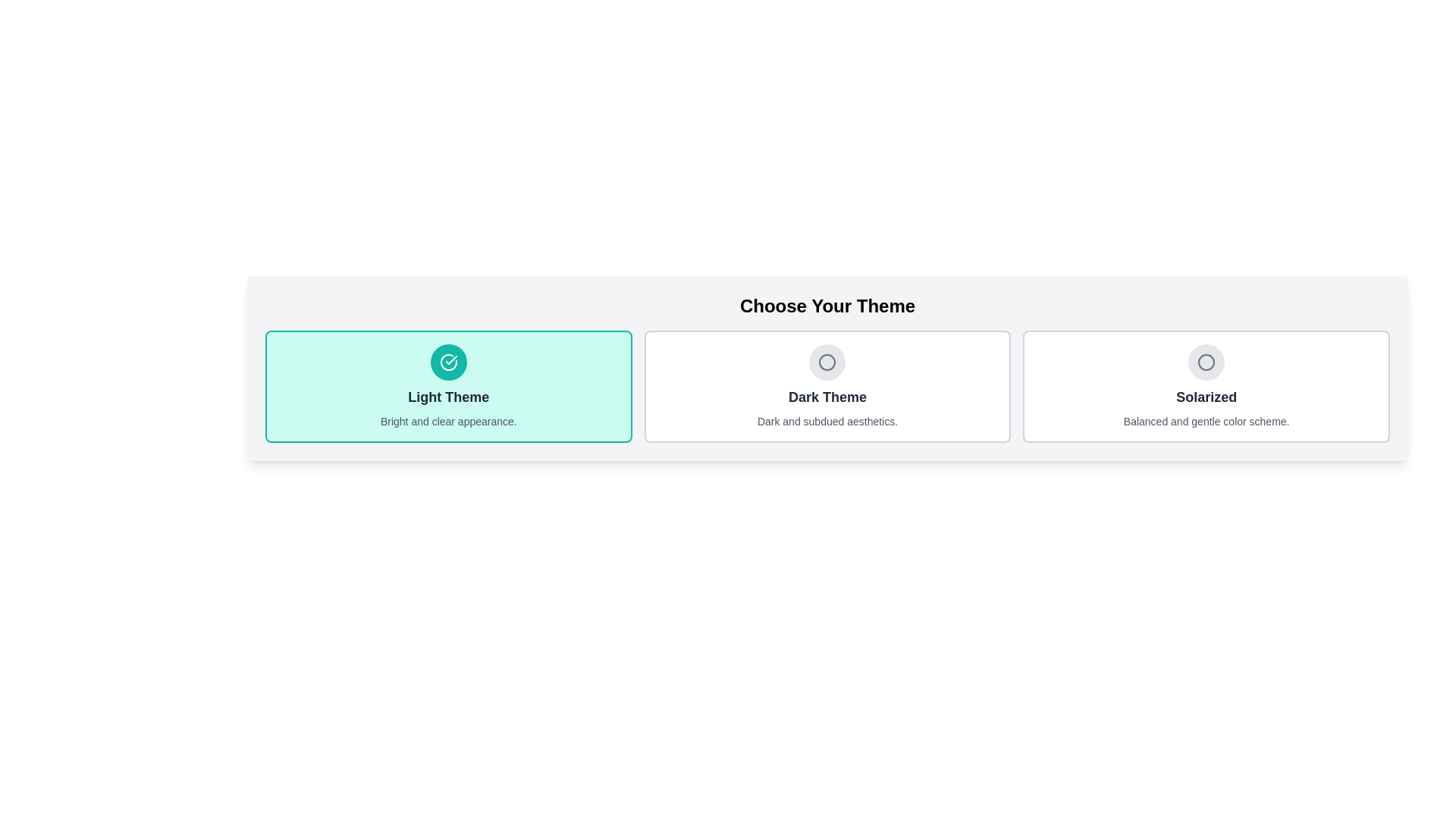 The width and height of the screenshot is (1456, 819). I want to click on the circular Icon with a gray background located under the text 'Dark Theme' and above the description 'Dark and subdued aesthetics.', so click(827, 362).